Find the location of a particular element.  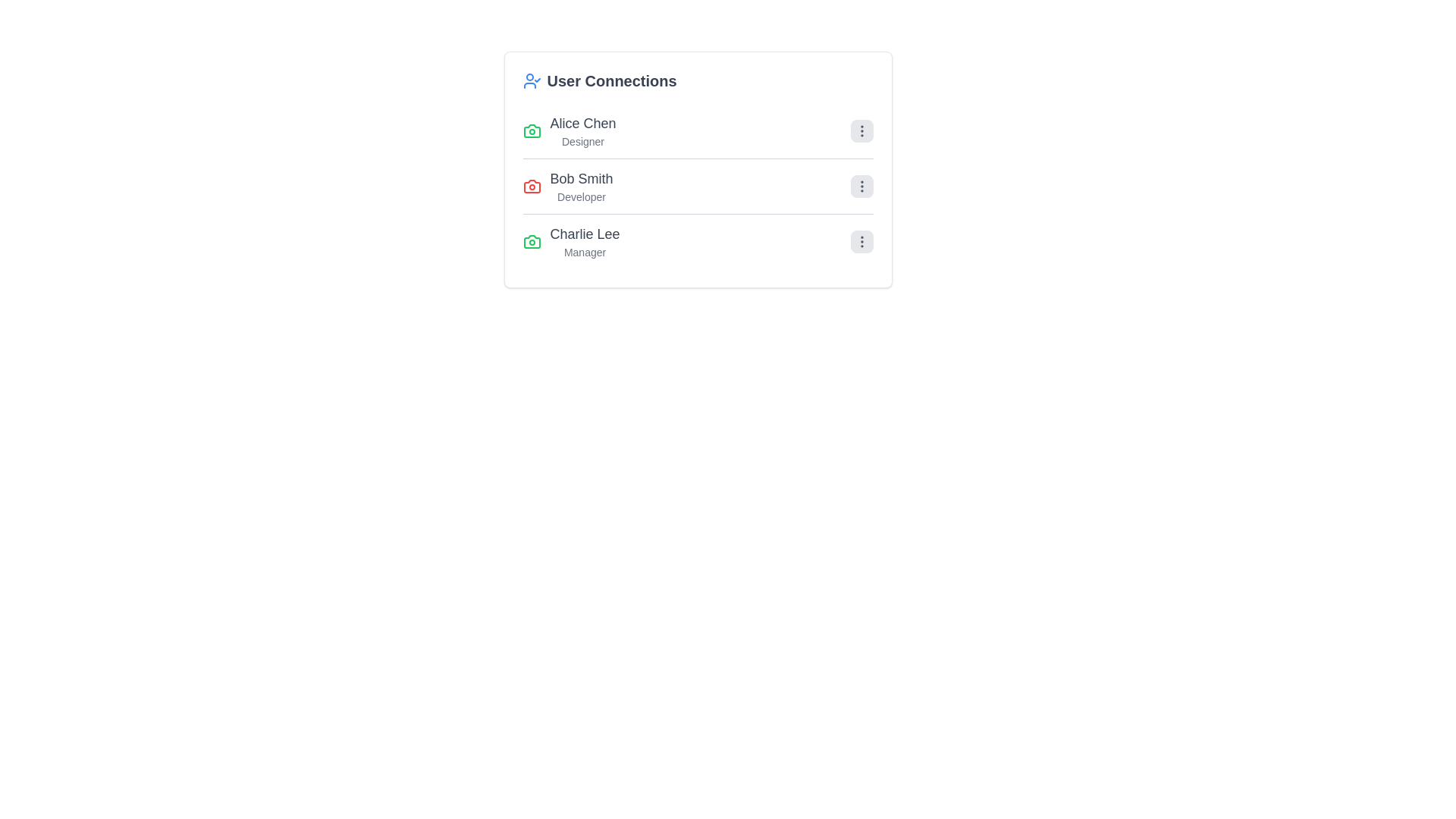

the Text block displaying the name and subtitle of the user, which is located in the second position of a vertical list, between 'Alice Chen, Designer' and 'Charlie Lee, Manager' is located at coordinates (581, 186).